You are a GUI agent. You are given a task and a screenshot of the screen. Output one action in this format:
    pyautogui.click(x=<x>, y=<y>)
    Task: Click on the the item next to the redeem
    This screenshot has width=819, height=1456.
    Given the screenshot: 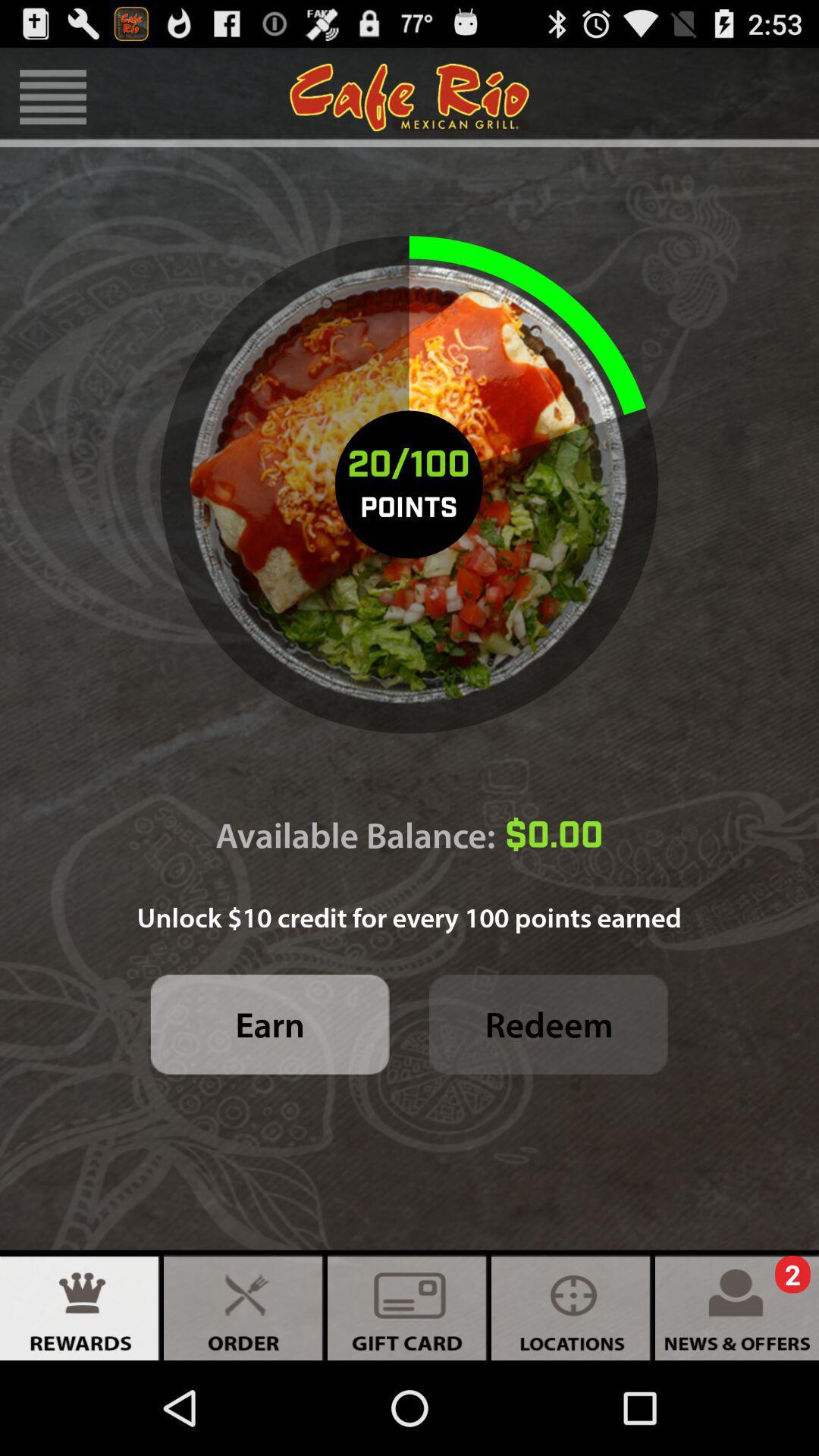 What is the action you would take?
    pyautogui.click(x=269, y=1025)
    